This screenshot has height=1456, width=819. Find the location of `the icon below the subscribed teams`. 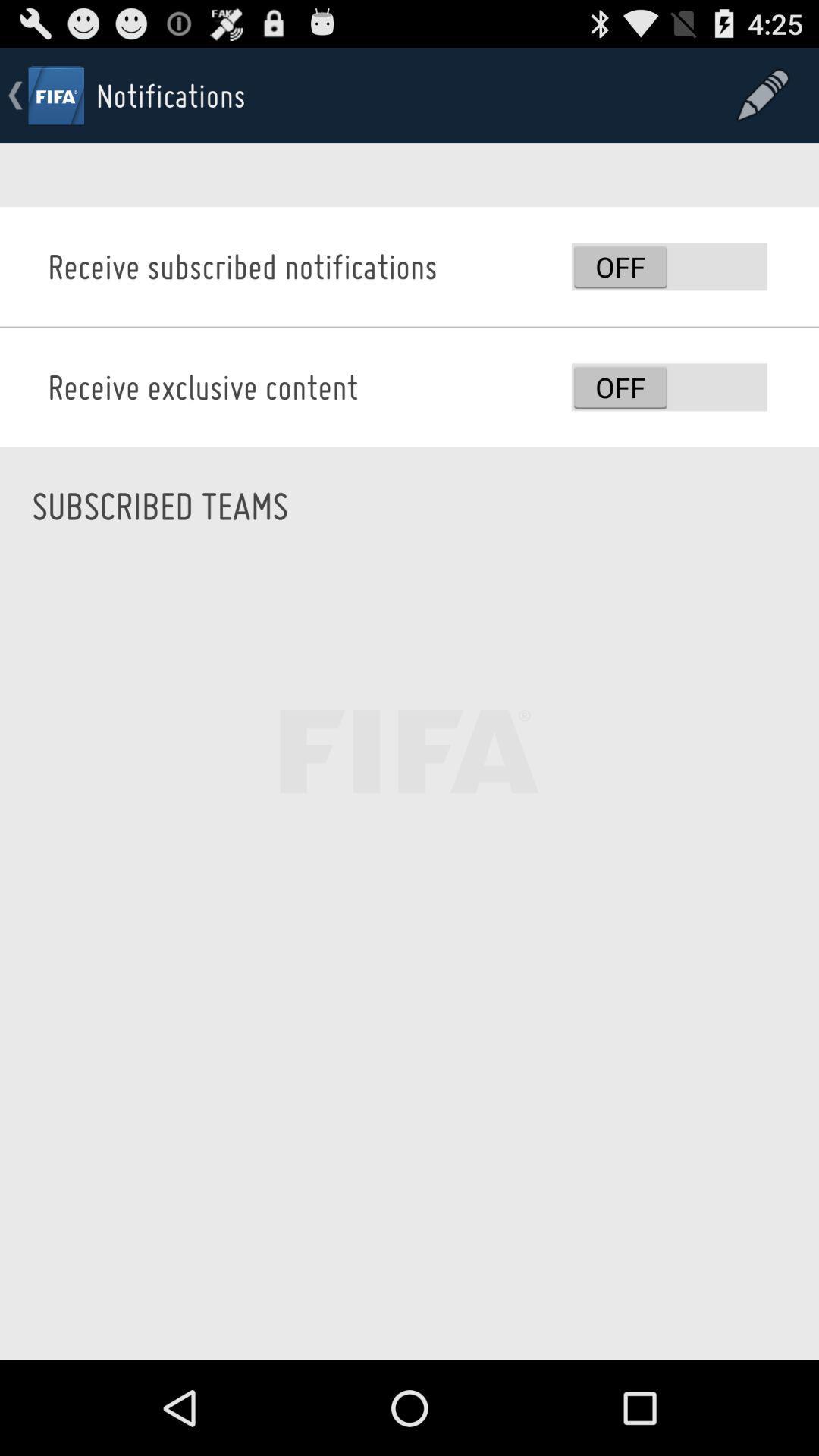

the icon below the subscribed teams is located at coordinates (409, 962).